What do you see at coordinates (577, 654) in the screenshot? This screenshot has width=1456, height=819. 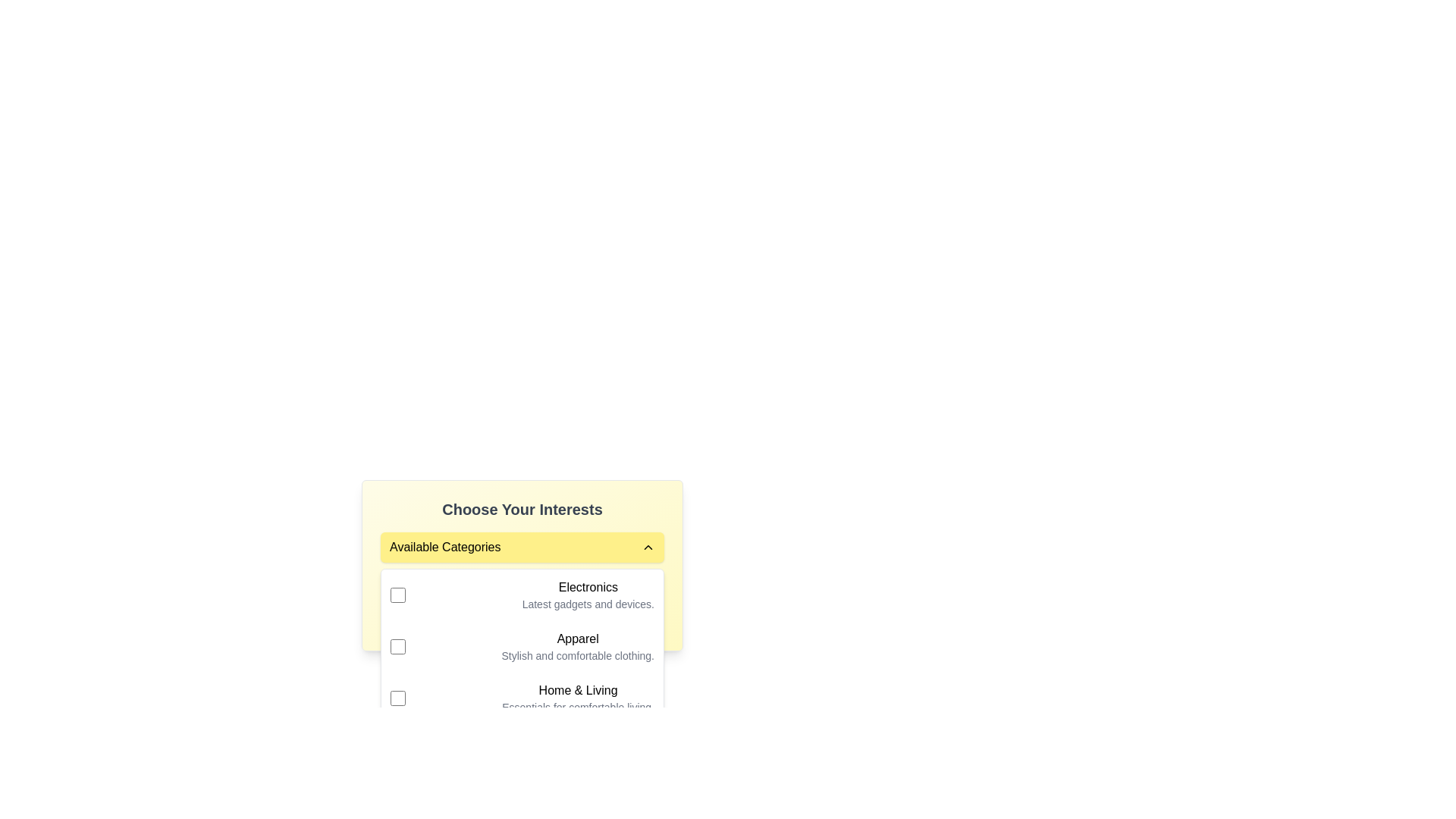 I see `the static text element providing additional descriptive information about the 'Apparel' category, located directly beneath the 'Apparel' heading in the 'Available Categories' group` at bounding box center [577, 654].